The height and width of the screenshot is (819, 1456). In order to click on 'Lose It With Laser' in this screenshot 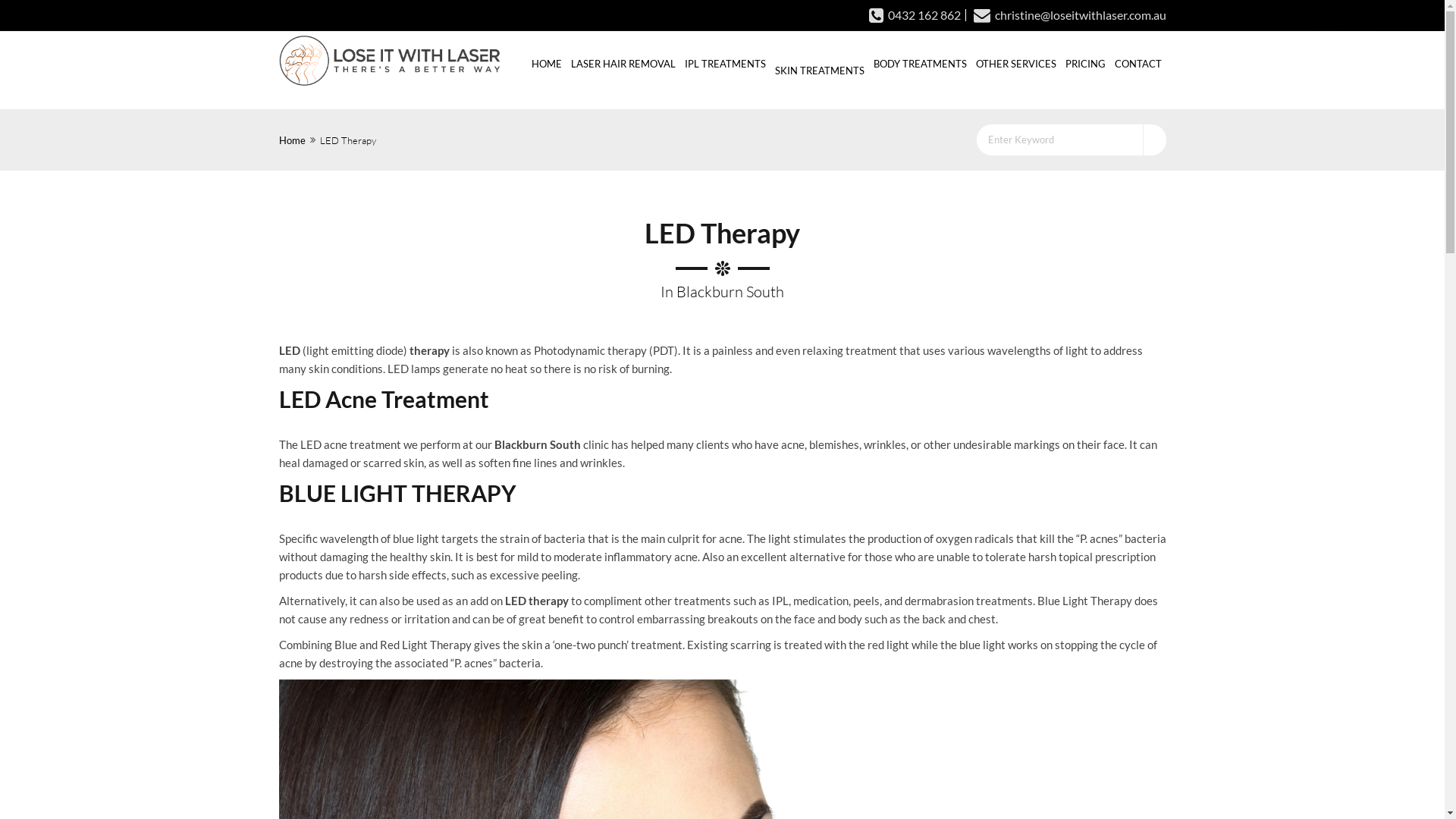, I will do `click(390, 60)`.